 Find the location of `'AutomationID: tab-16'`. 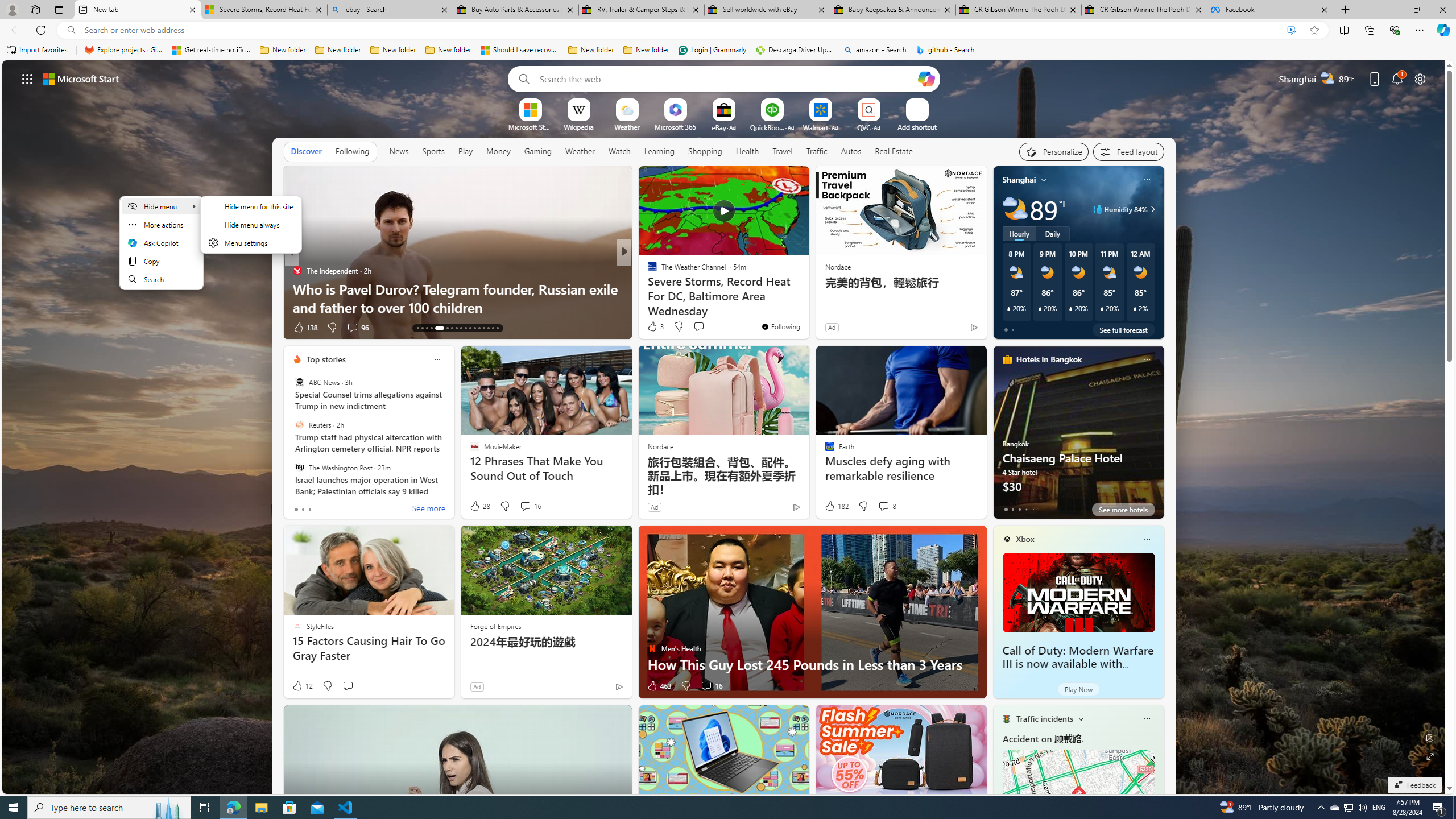

'AutomationID: tab-16' is located at coordinates (431, 328).